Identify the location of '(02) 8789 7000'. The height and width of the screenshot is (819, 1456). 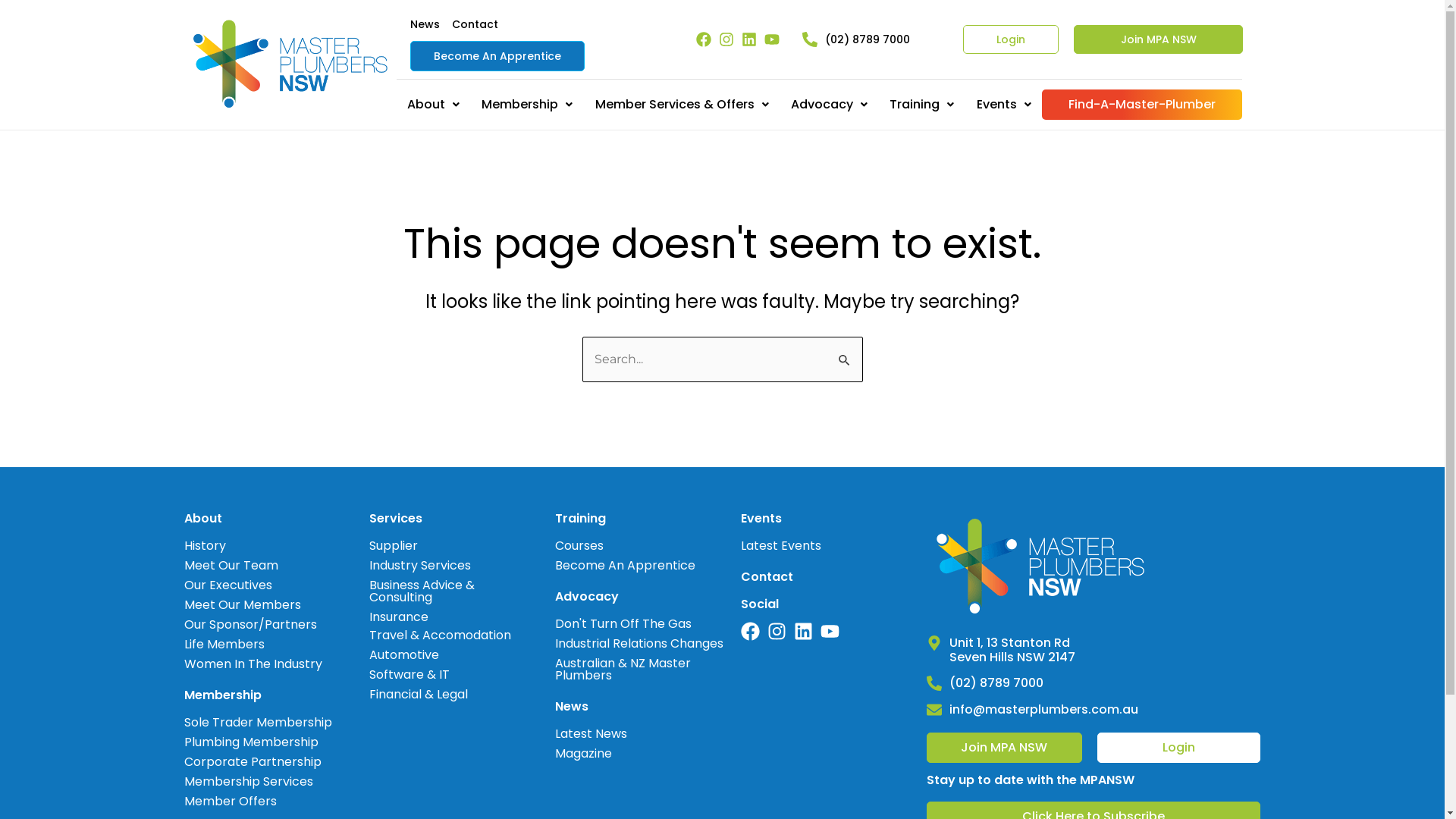
(996, 682).